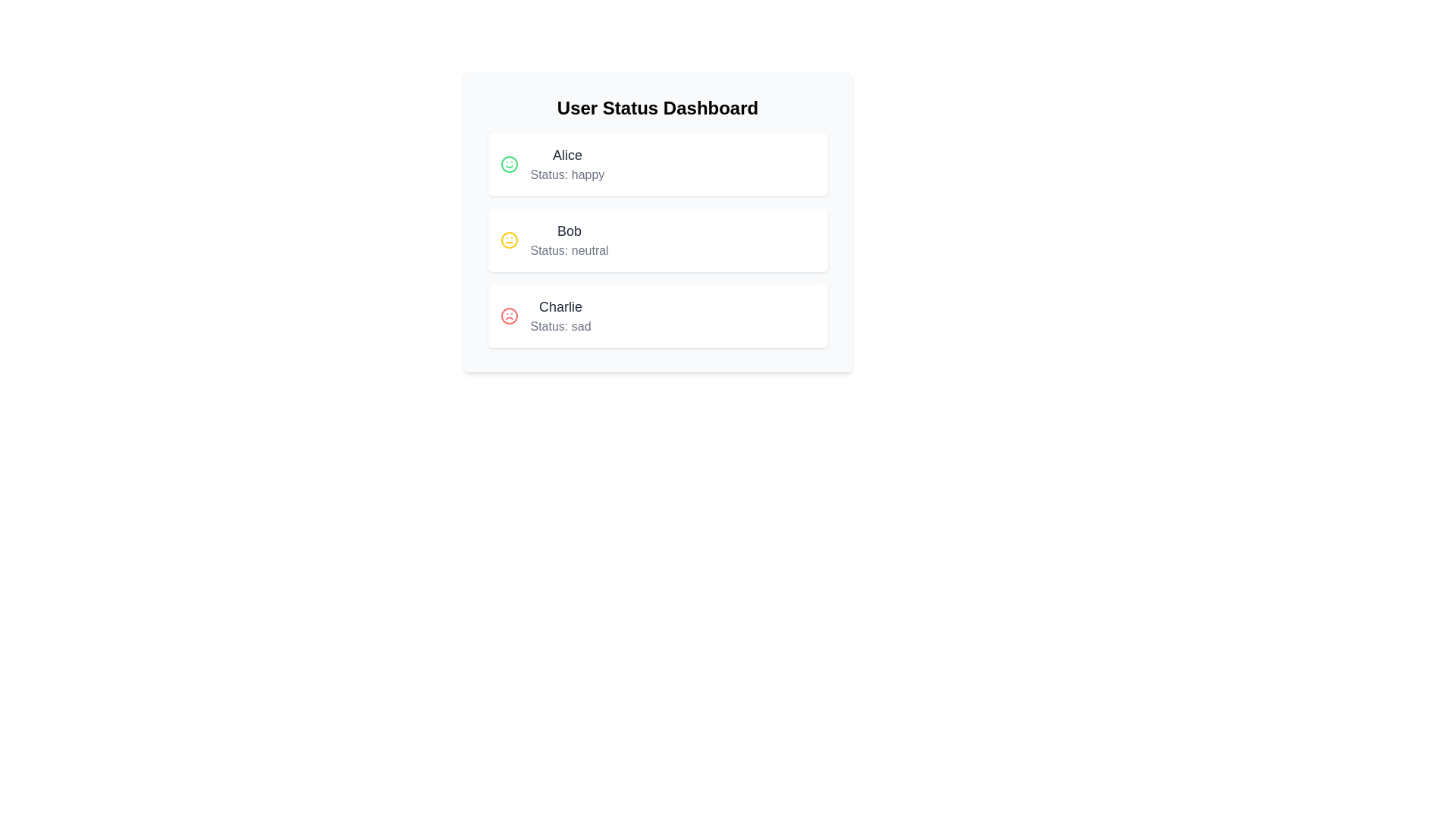 The width and height of the screenshot is (1456, 819). Describe the element at coordinates (569, 231) in the screenshot. I see `text content of the username label ('Bob') located in the User Status Dashboard, specifically in the second card from the top, above 'Status: neutral'` at that location.